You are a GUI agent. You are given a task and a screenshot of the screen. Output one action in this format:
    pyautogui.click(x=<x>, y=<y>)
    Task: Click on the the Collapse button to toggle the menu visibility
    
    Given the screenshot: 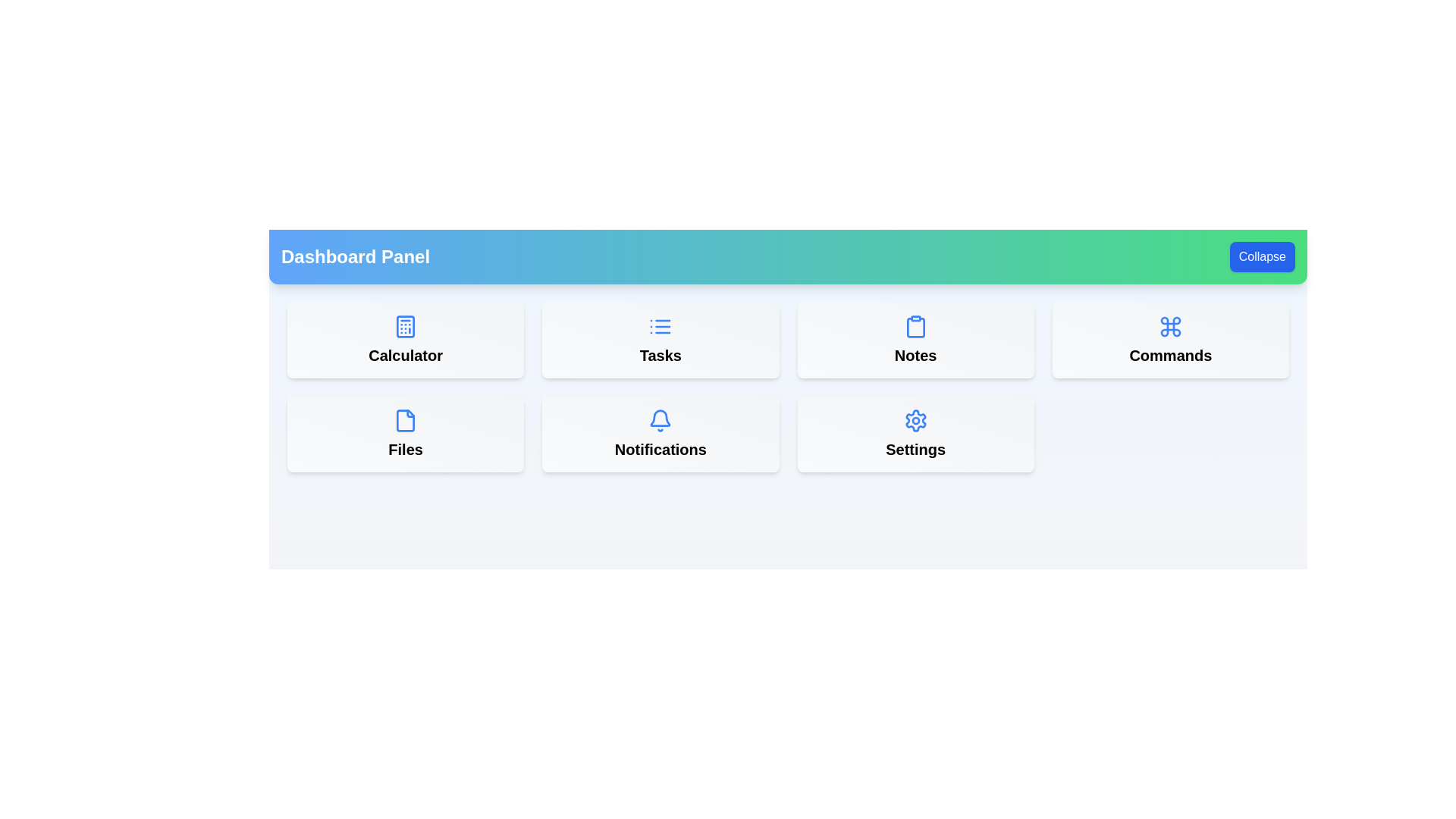 What is the action you would take?
    pyautogui.click(x=1262, y=256)
    